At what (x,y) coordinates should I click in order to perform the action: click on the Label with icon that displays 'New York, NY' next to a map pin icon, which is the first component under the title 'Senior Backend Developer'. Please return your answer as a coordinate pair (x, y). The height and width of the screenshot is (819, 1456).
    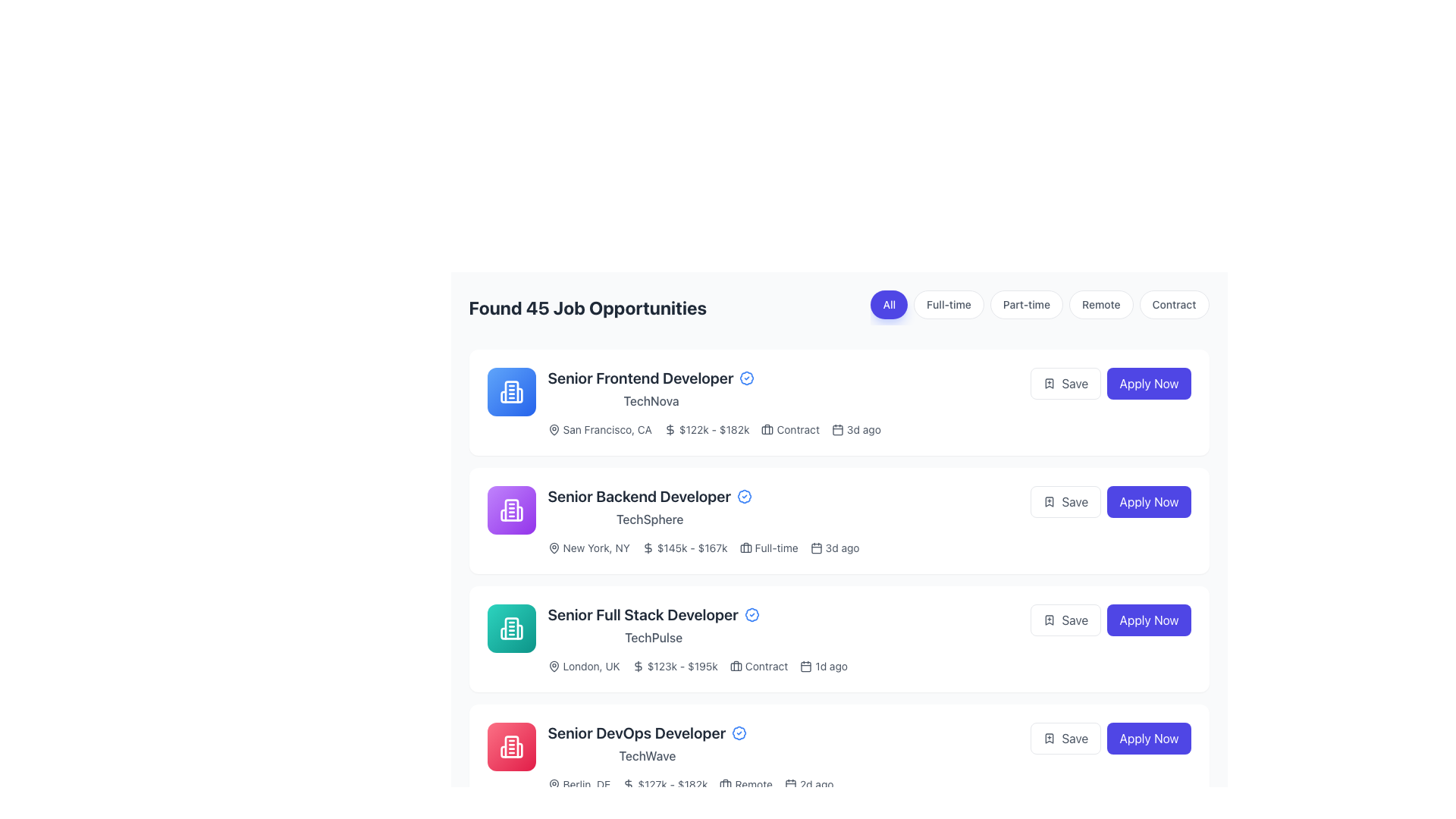
    Looking at the image, I should click on (588, 548).